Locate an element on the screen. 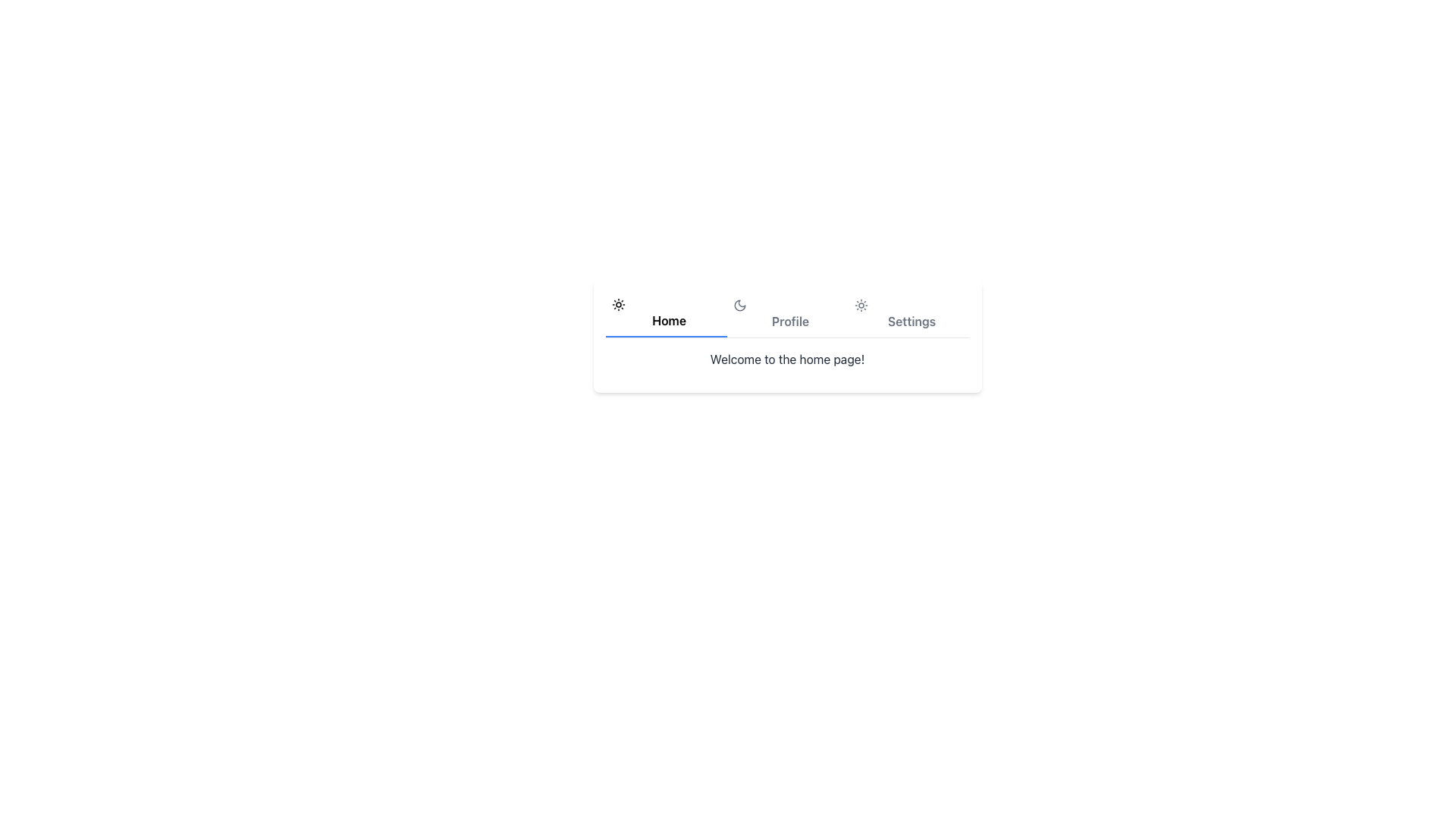 The height and width of the screenshot is (819, 1456). the 'Settings' label in the navigation bar to potentially trigger a tooltip or style change is located at coordinates (911, 321).